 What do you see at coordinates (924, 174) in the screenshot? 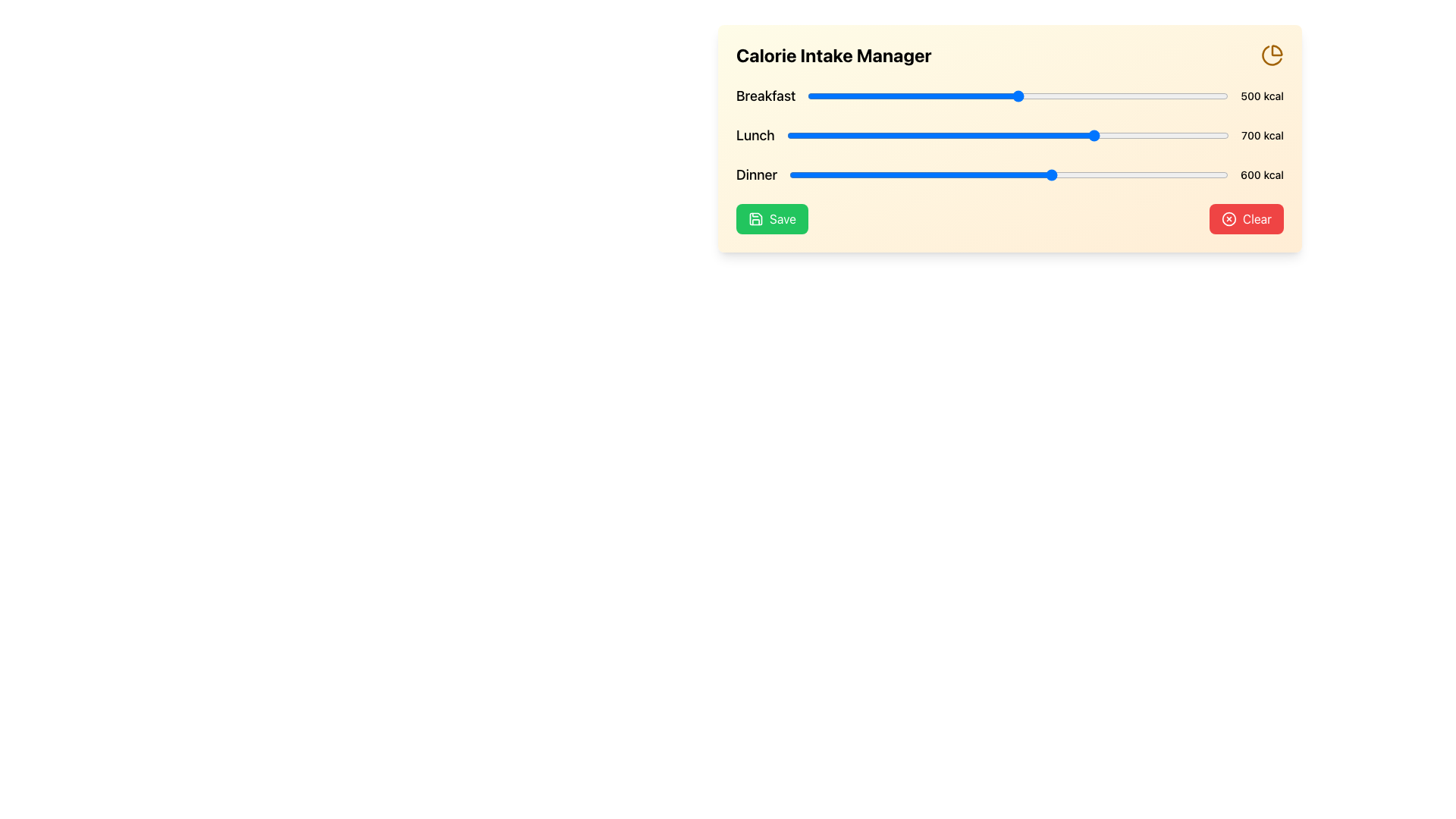
I see `the dinner calorie intake slider` at bounding box center [924, 174].